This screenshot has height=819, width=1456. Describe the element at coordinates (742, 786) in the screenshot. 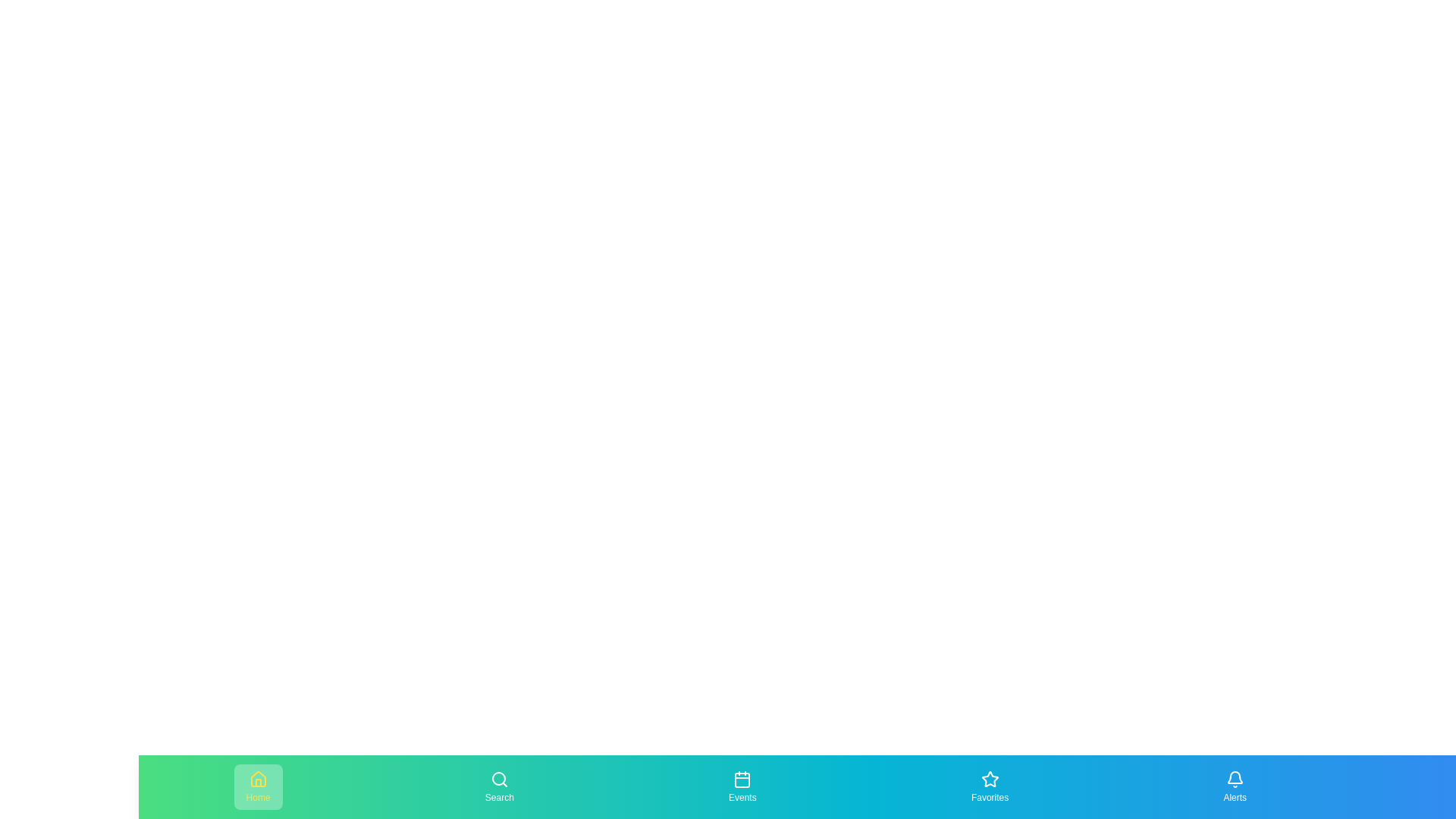

I see `the navigation item labeled Events to preview its effect` at that location.